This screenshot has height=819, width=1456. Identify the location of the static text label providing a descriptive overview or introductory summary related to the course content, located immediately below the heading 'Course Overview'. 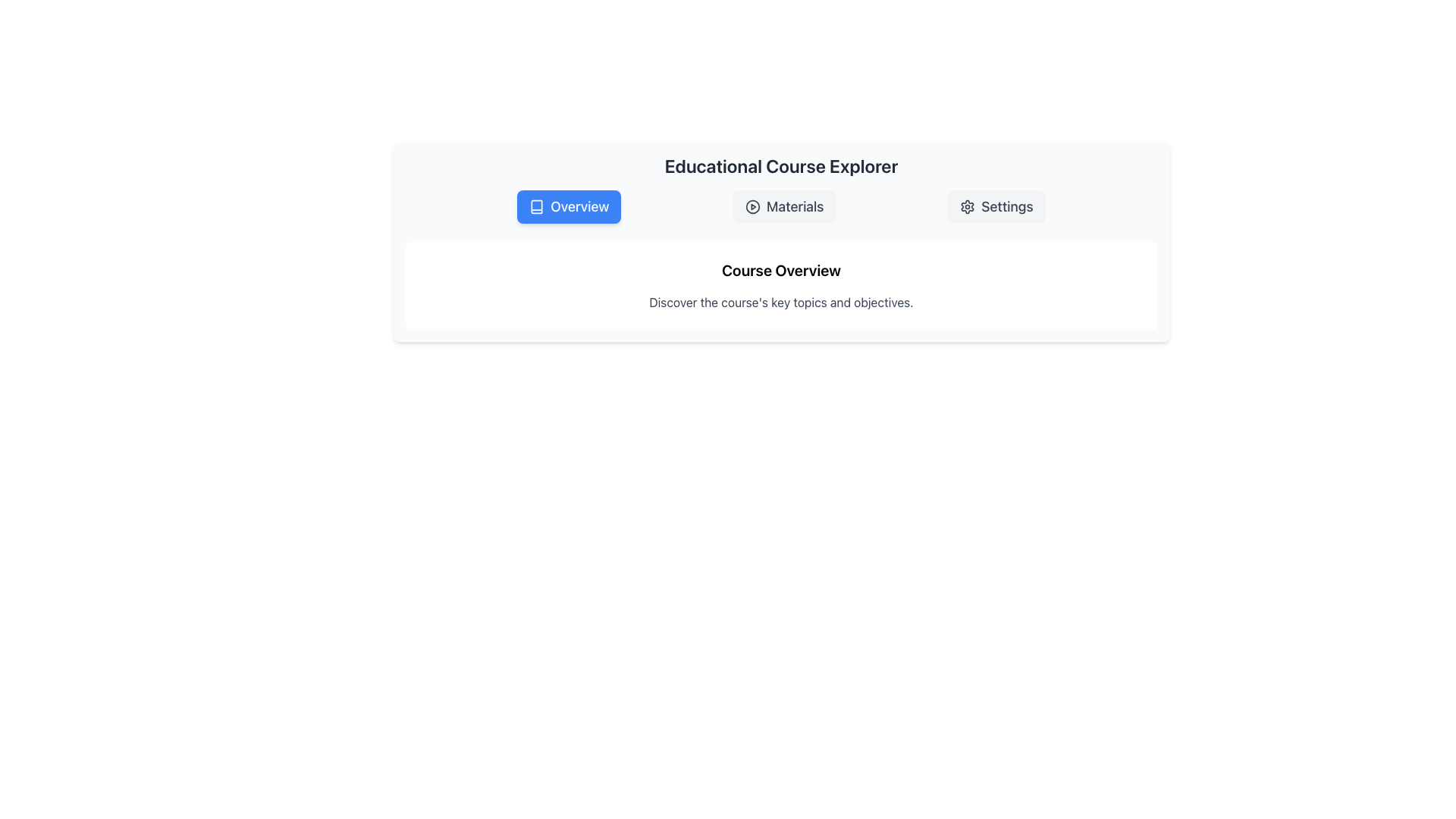
(781, 302).